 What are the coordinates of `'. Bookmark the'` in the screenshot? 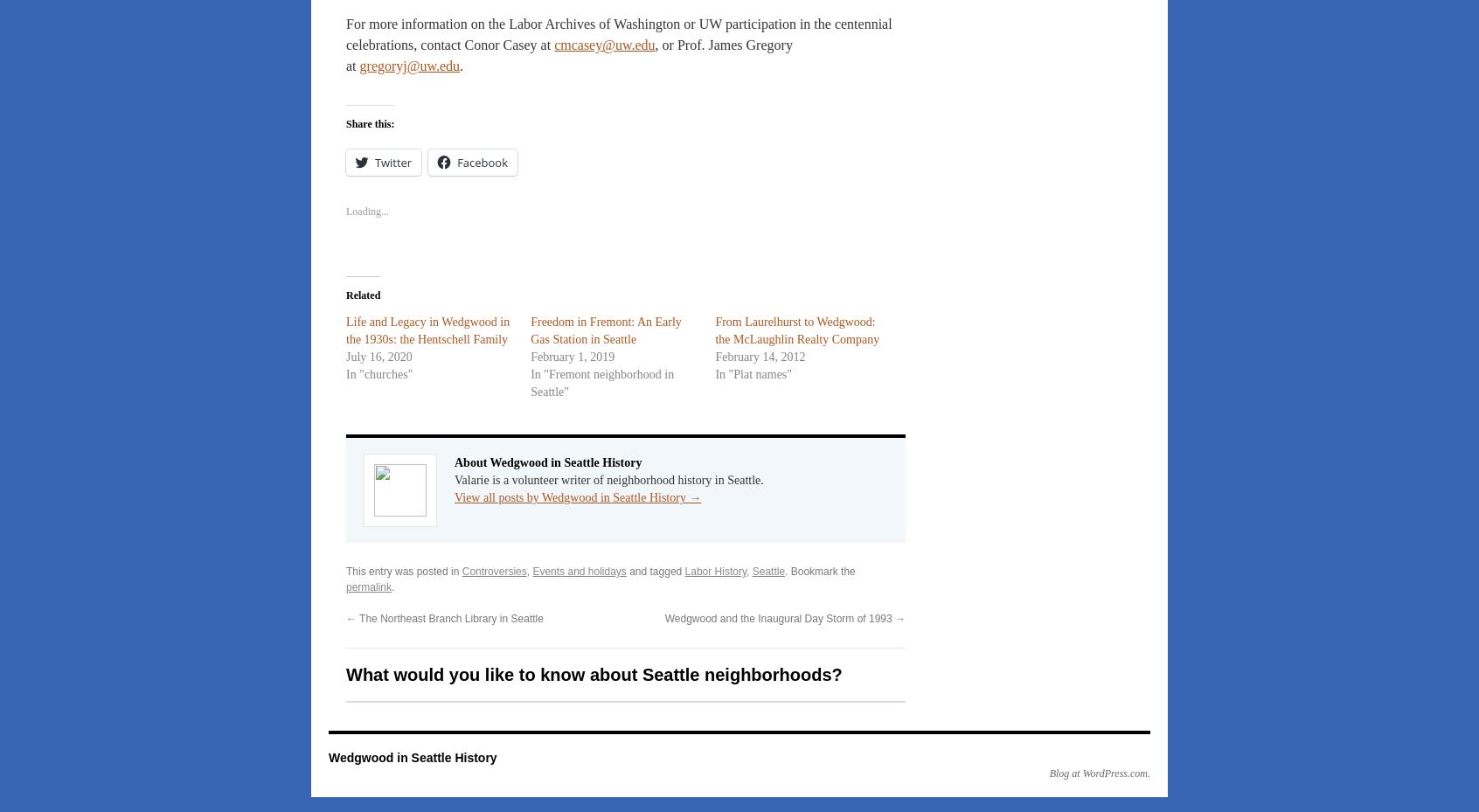 It's located at (820, 572).